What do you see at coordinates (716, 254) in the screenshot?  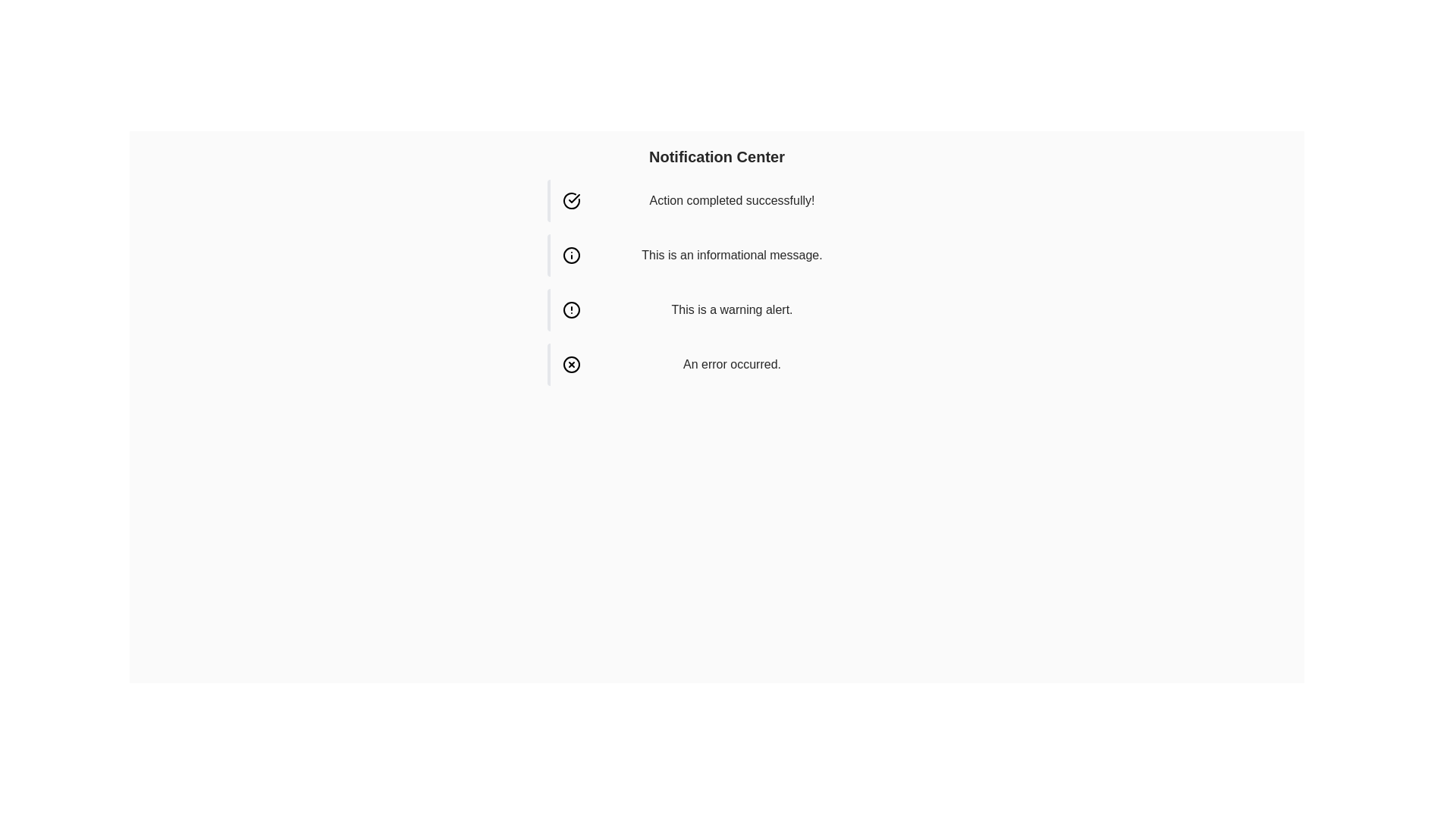 I see `the second notification box in the vertical list of notifications, which conveys an informational message` at bounding box center [716, 254].